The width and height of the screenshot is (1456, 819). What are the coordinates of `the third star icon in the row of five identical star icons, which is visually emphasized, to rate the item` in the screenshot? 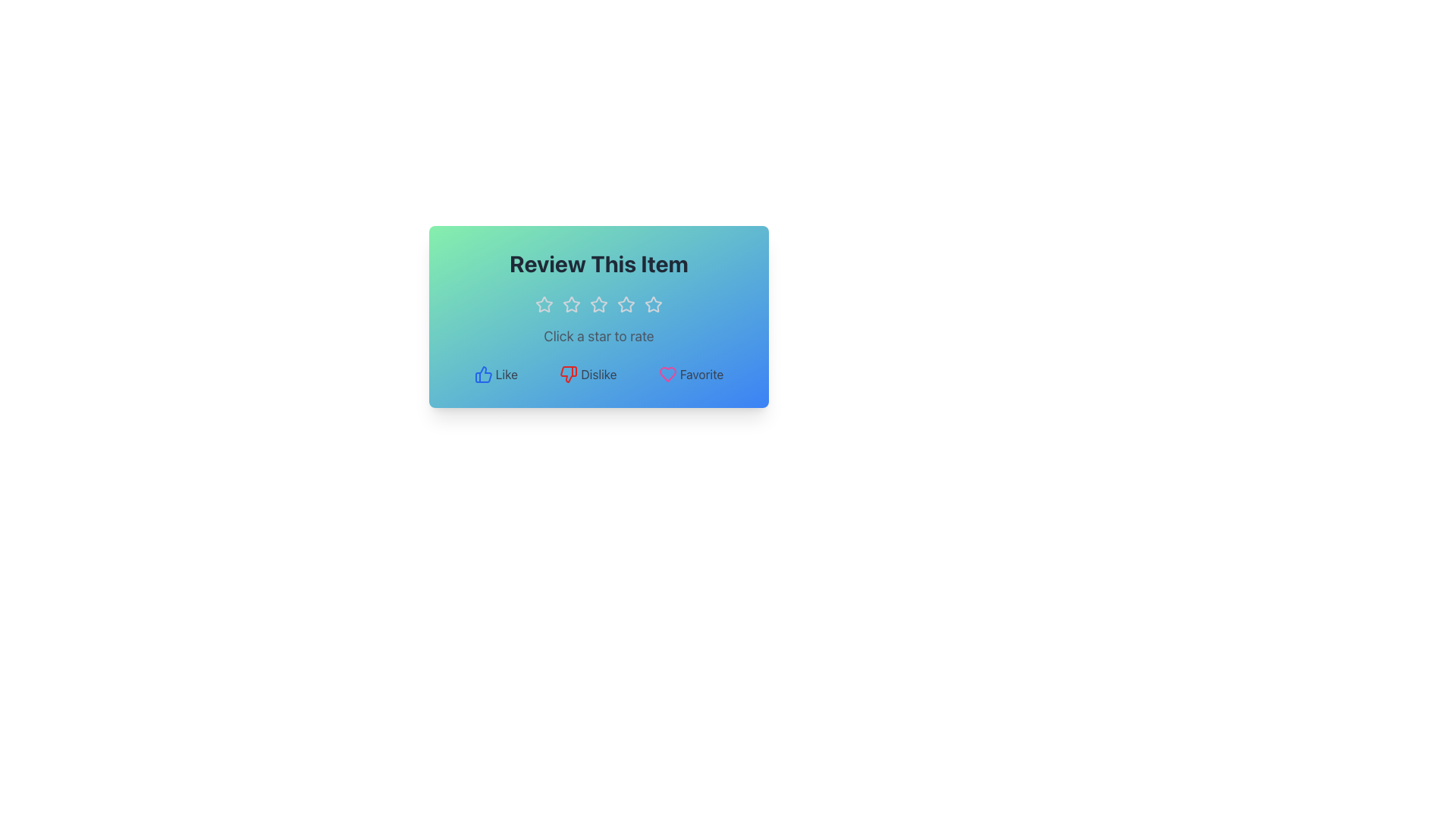 It's located at (598, 304).